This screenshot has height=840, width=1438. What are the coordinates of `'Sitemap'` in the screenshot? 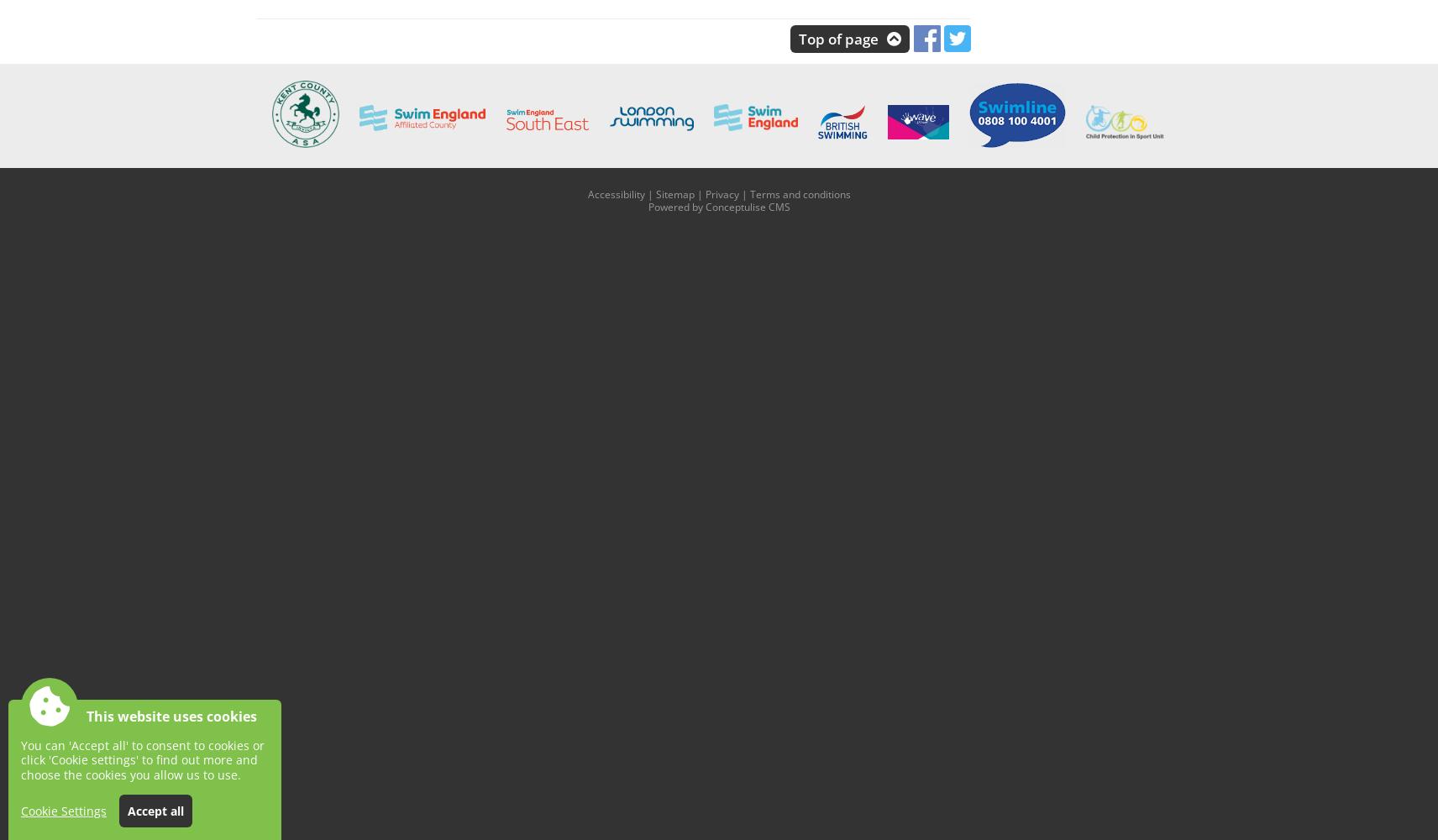 It's located at (674, 192).